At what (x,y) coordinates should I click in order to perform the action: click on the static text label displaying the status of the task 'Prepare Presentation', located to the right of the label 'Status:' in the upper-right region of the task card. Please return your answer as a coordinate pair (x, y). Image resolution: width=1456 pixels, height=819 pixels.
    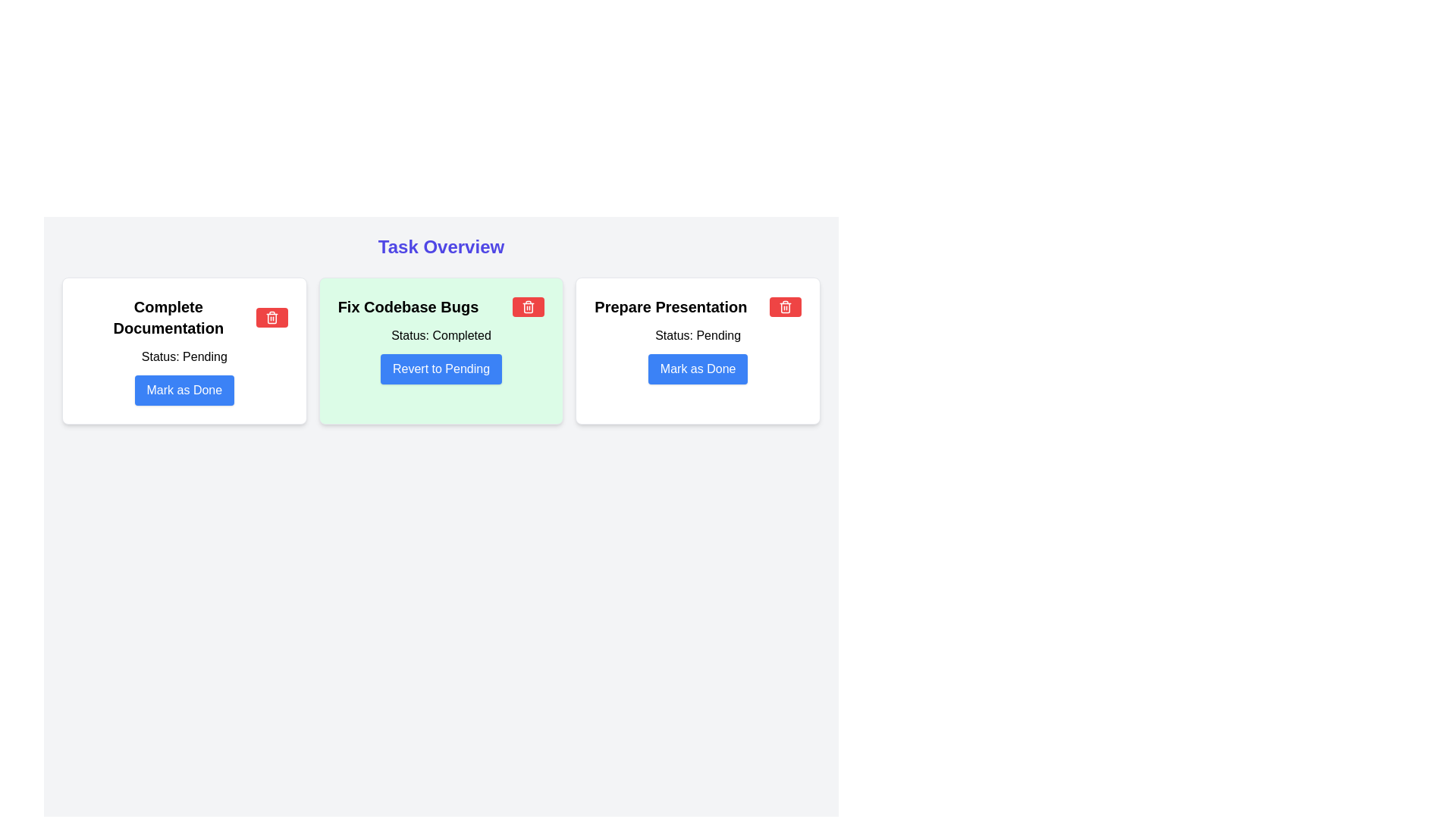
    Looking at the image, I should click on (717, 334).